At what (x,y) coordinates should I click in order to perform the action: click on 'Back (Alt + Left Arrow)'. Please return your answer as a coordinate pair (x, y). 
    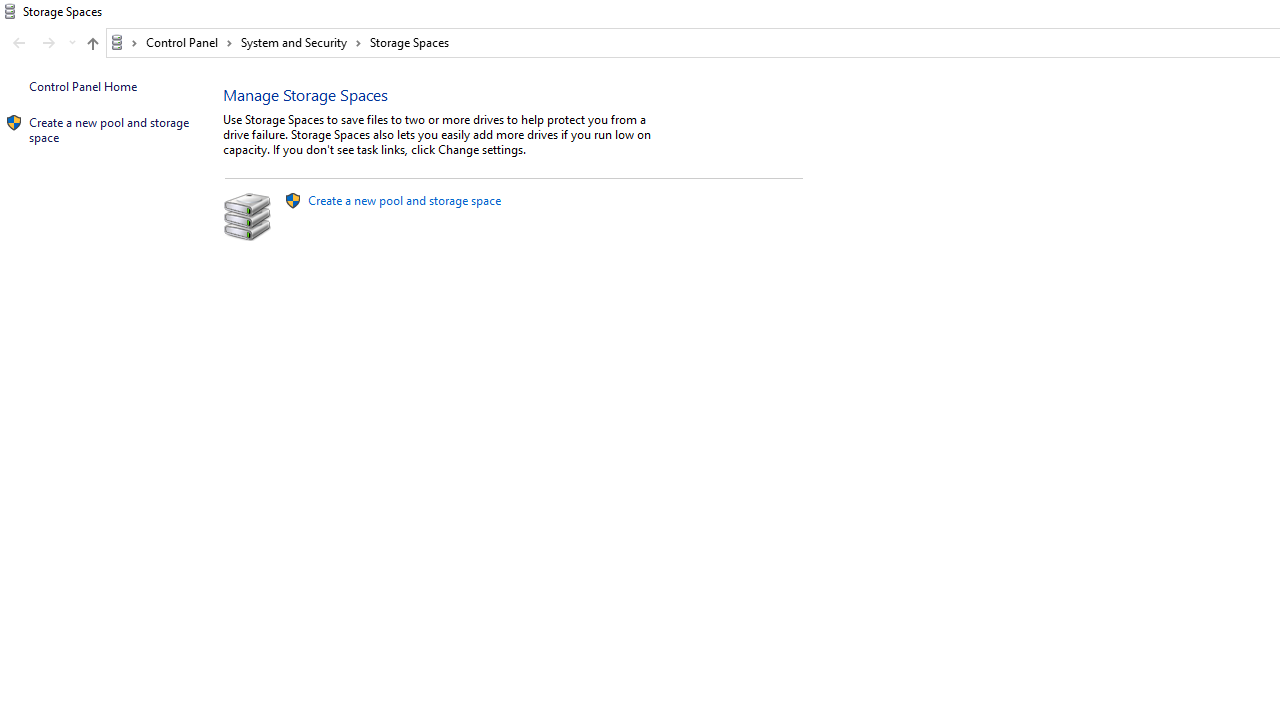
    Looking at the image, I should click on (19, 43).